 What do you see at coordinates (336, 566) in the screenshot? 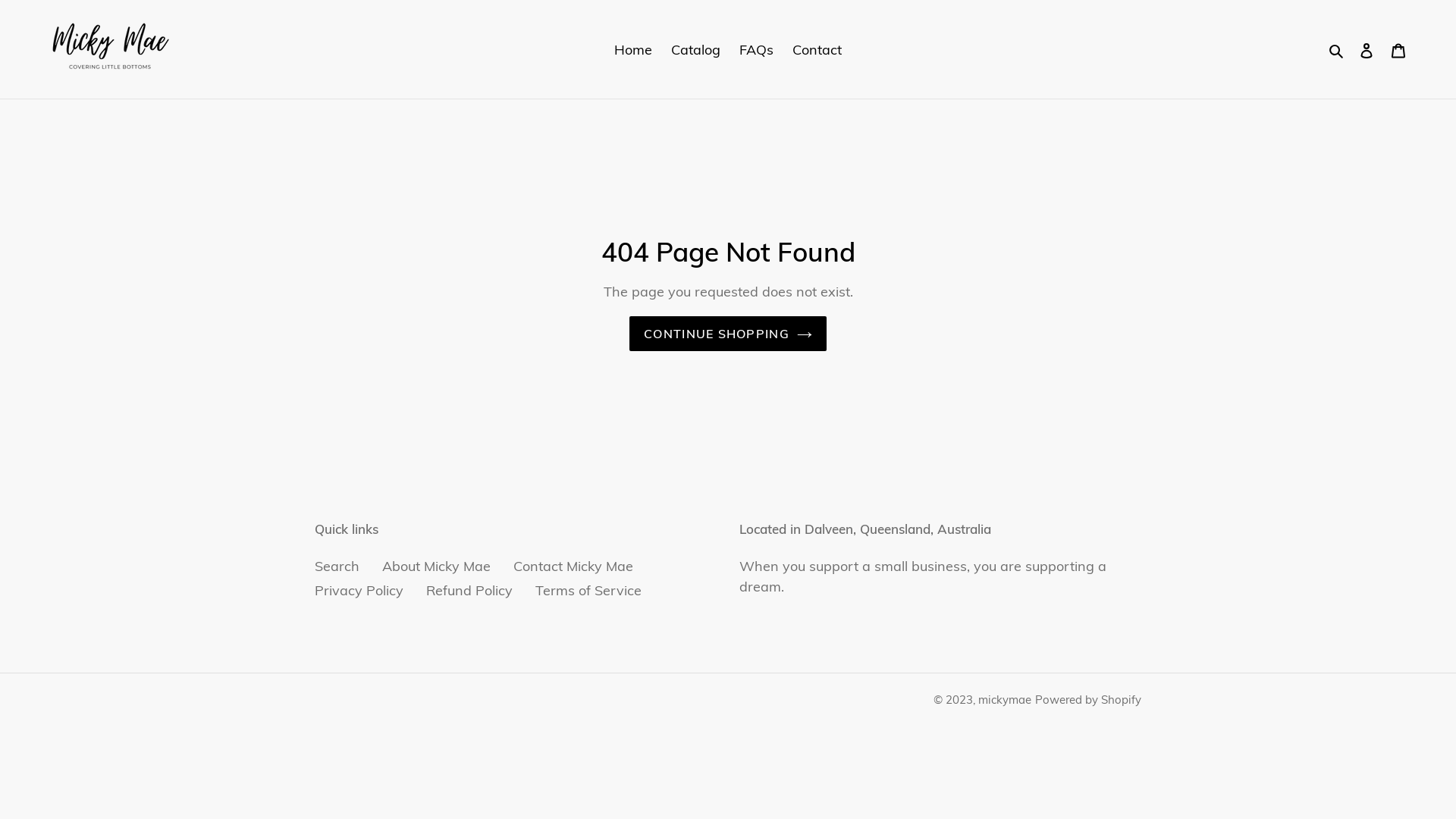
I see `'Search'` at bounding box center [336, 566].